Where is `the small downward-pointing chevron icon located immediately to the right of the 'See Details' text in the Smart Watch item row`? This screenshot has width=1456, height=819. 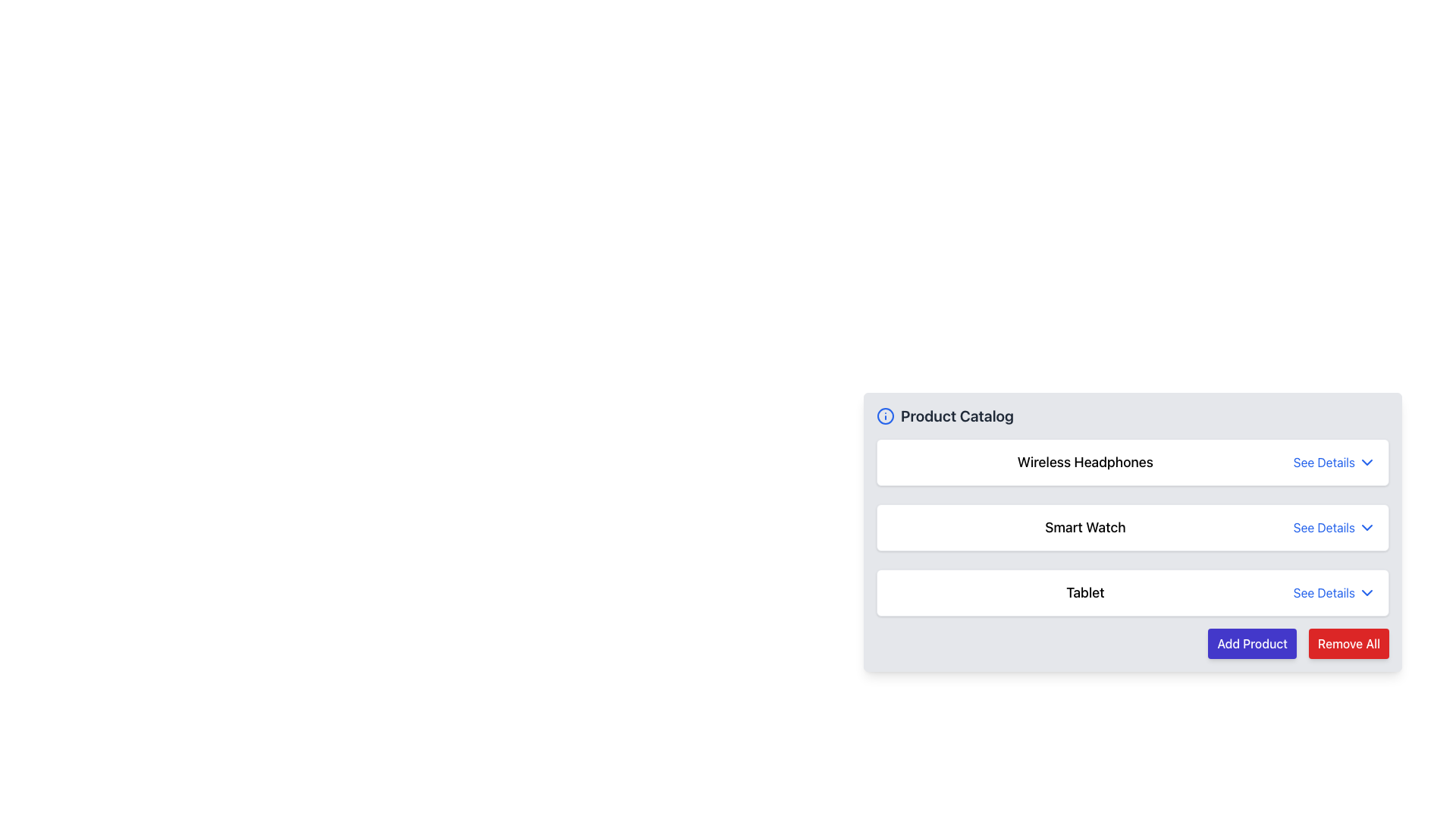 the small downward-pointing chevron icon located immediately to the right of the 'See Details' text in the Smart Watch item row is located at coordinates (1367, 526).